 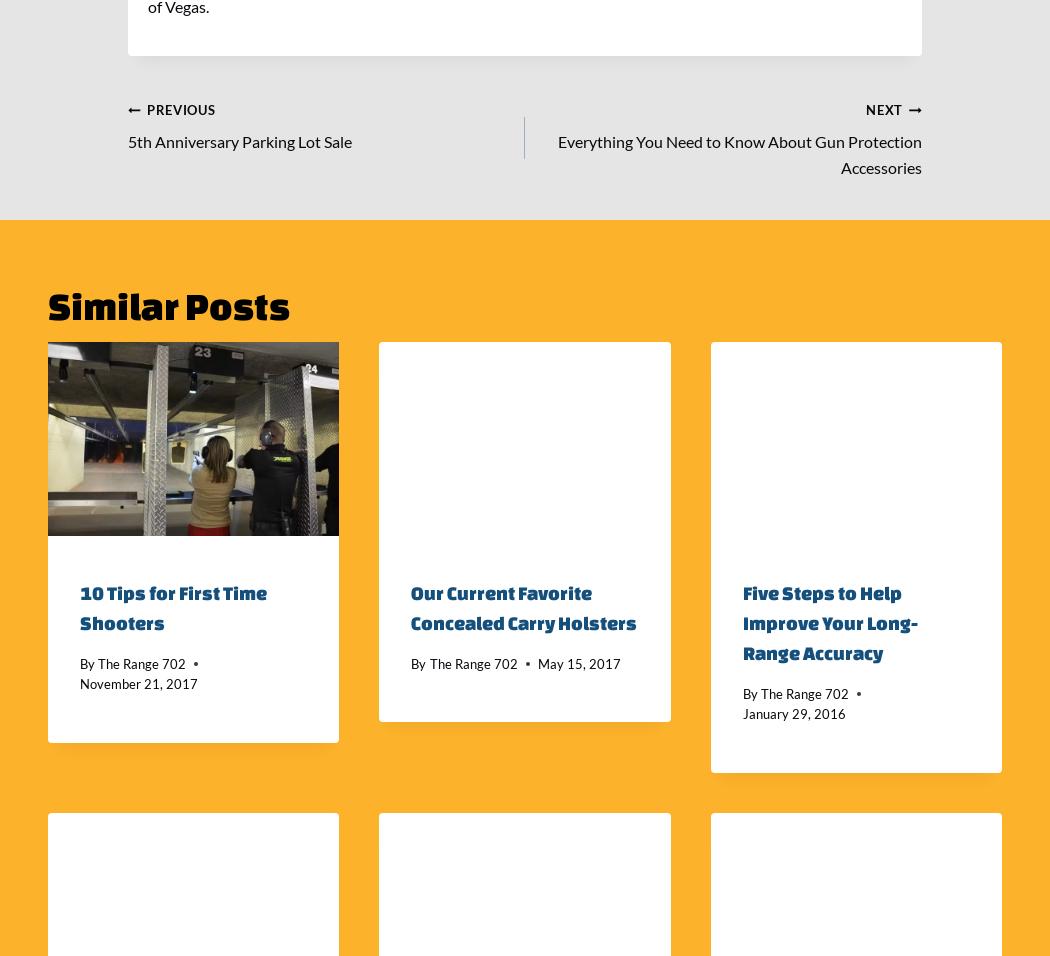 What do you see at coordinates (741, 714) in the screenshot?
I see `'January 29, 2016'` at bounding box center [741, 714].